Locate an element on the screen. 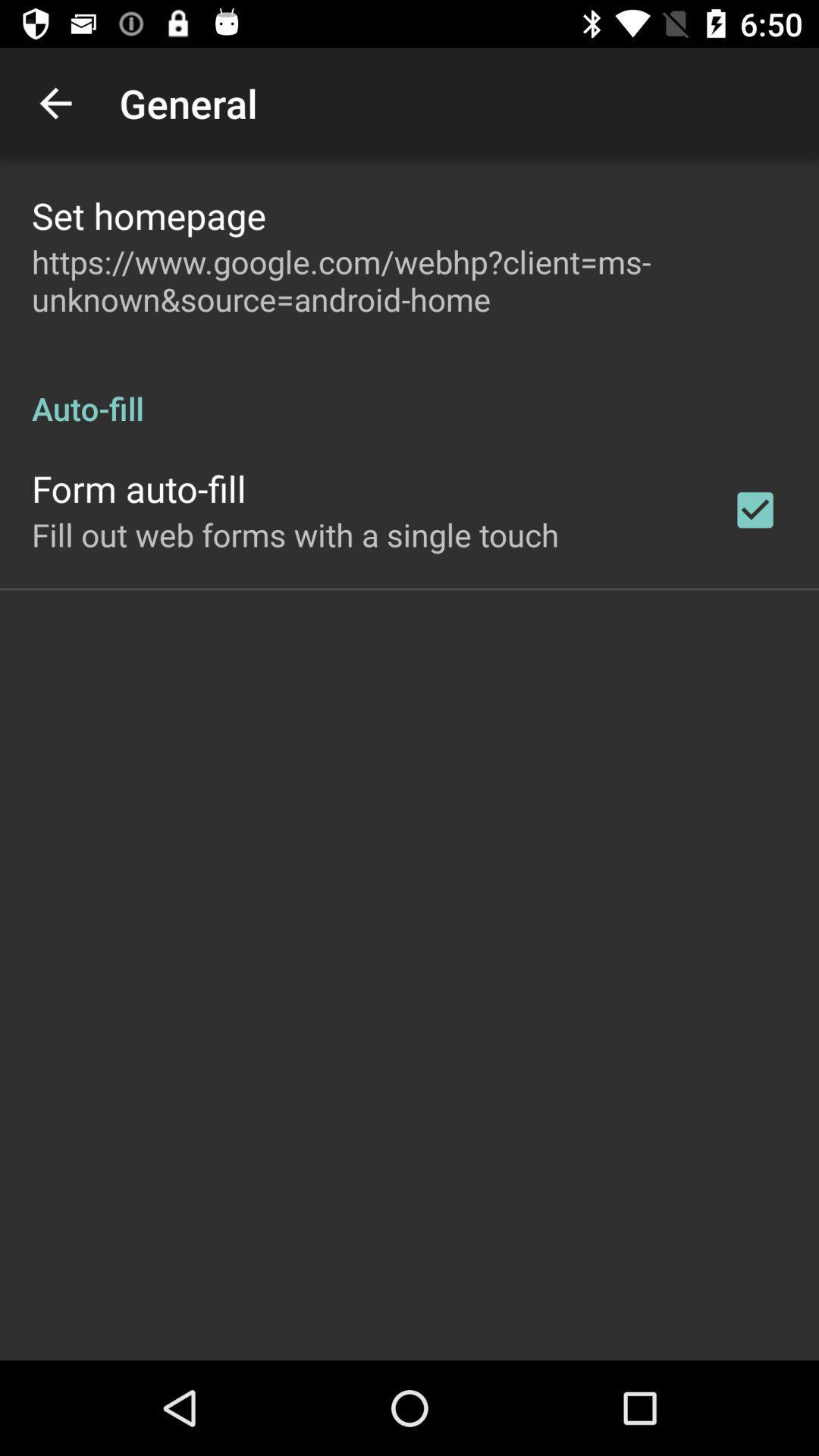 The height and width of the screenshot is (1456, 819). the https www google item is located at coordinates (409, 280).